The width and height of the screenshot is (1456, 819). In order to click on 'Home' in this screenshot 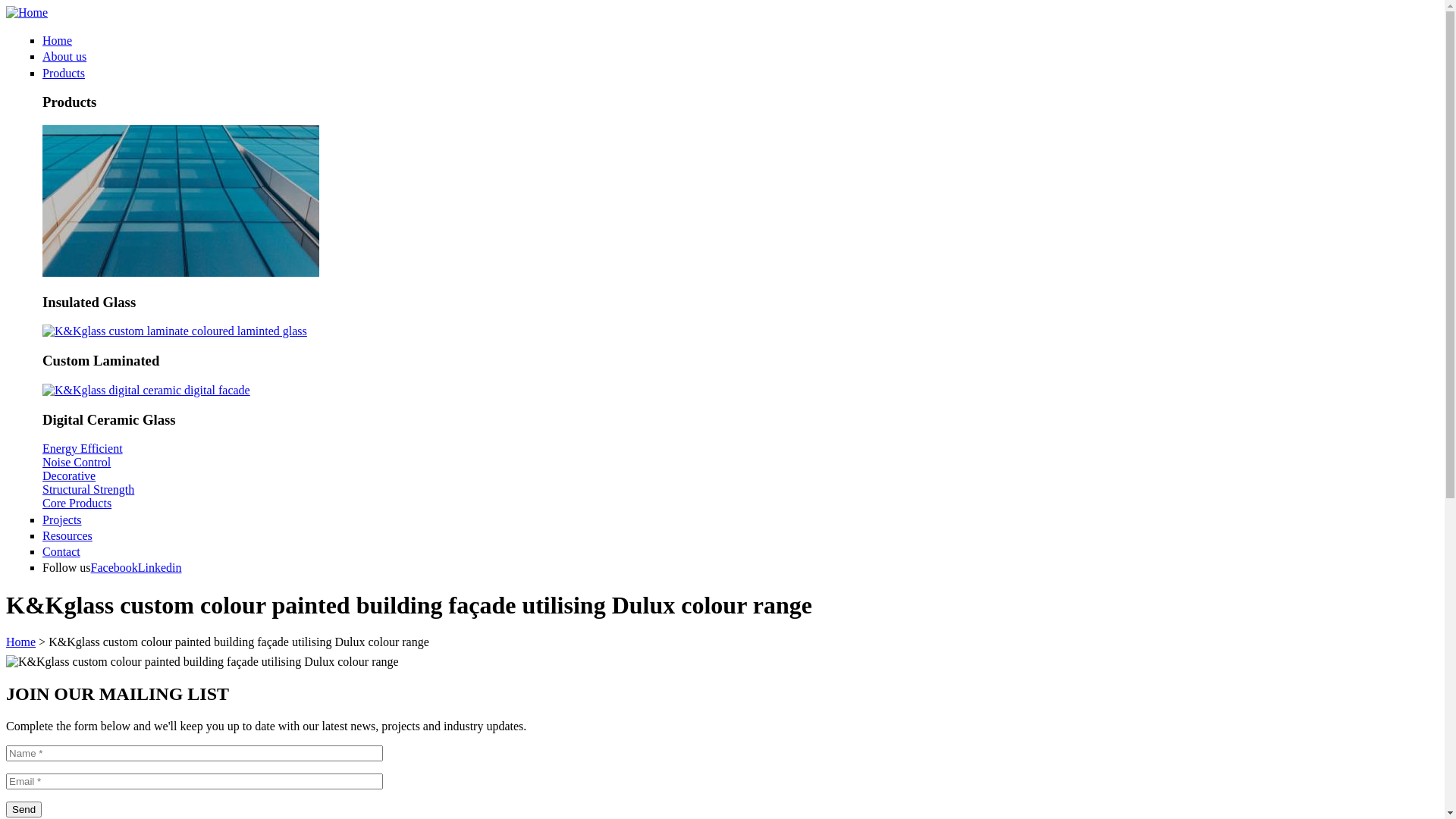, I will do `click(57, 39)`.